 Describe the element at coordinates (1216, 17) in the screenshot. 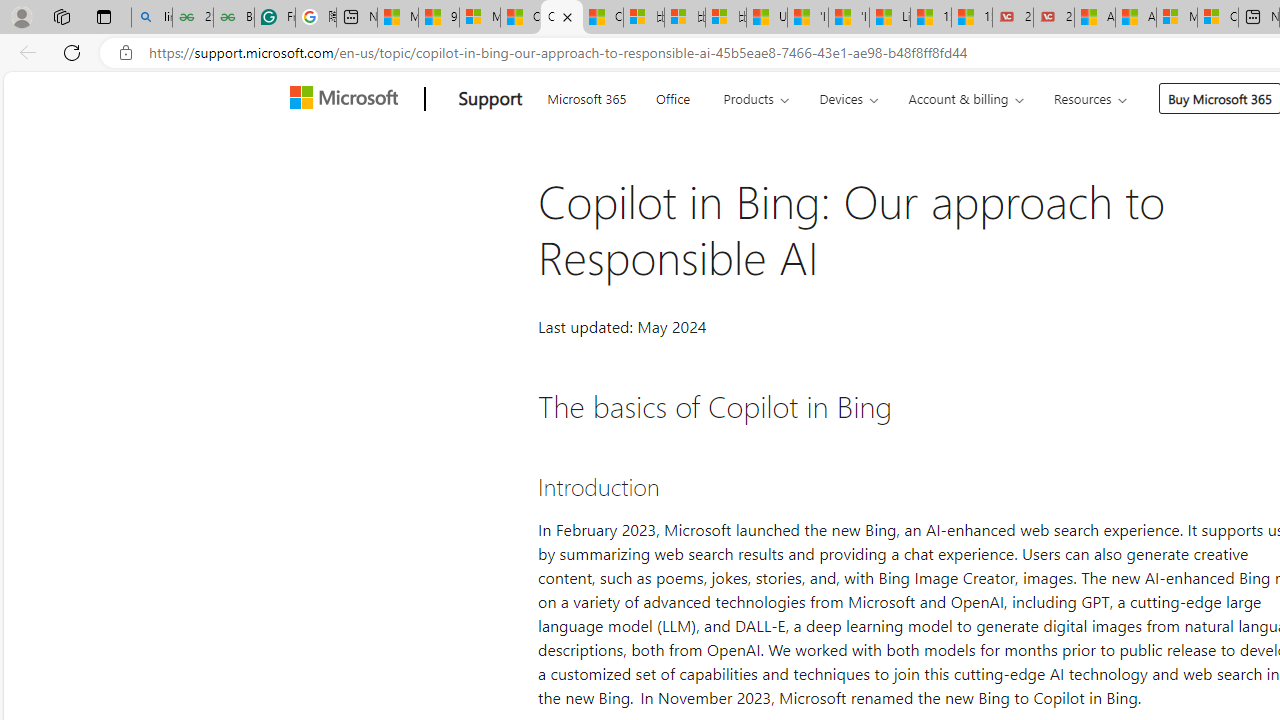

I see `'Cloud Computing Services | Microsoft Azure'` at that location.